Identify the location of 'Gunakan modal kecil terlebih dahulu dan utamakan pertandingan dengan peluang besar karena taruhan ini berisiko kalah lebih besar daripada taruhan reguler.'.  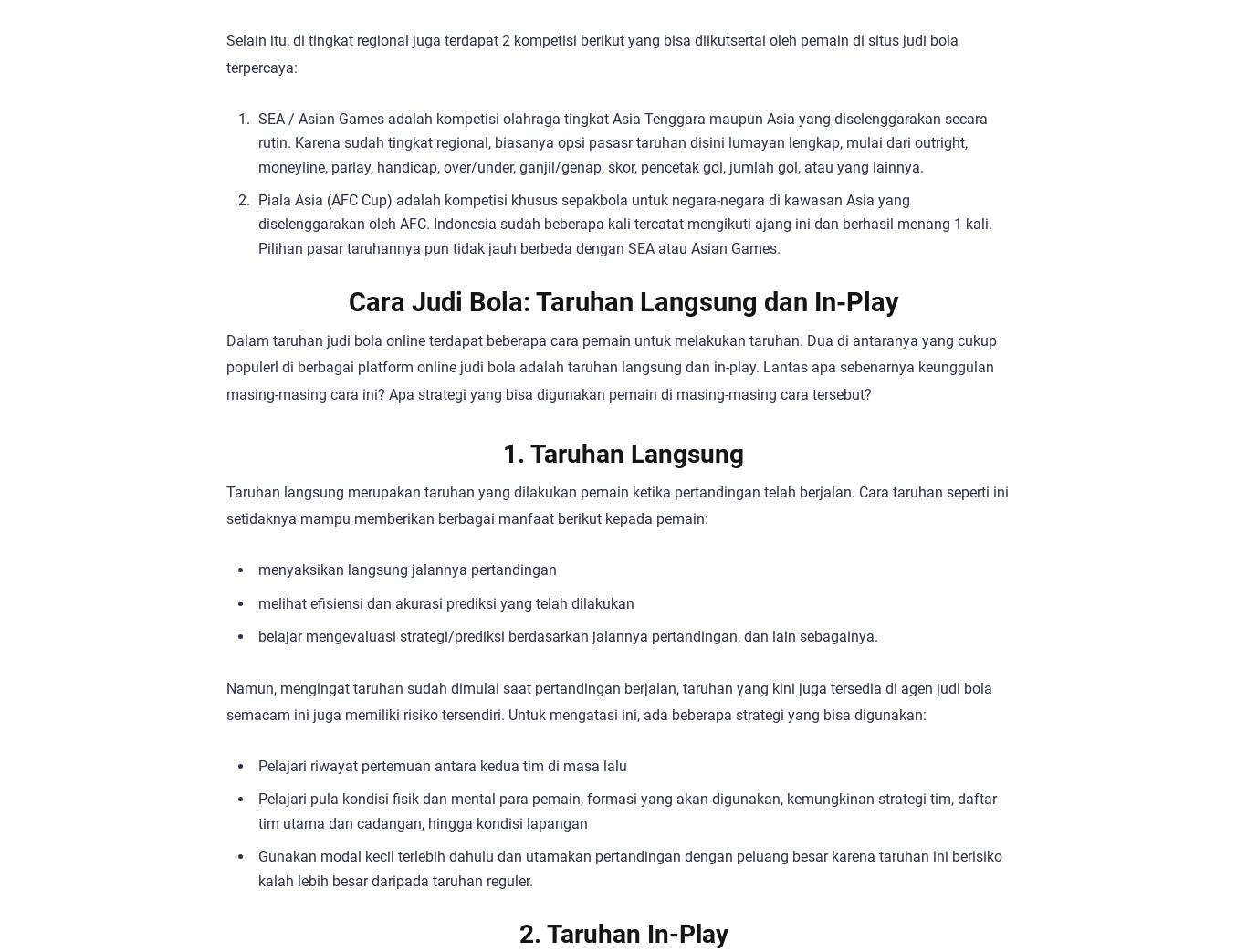
(630, 867).